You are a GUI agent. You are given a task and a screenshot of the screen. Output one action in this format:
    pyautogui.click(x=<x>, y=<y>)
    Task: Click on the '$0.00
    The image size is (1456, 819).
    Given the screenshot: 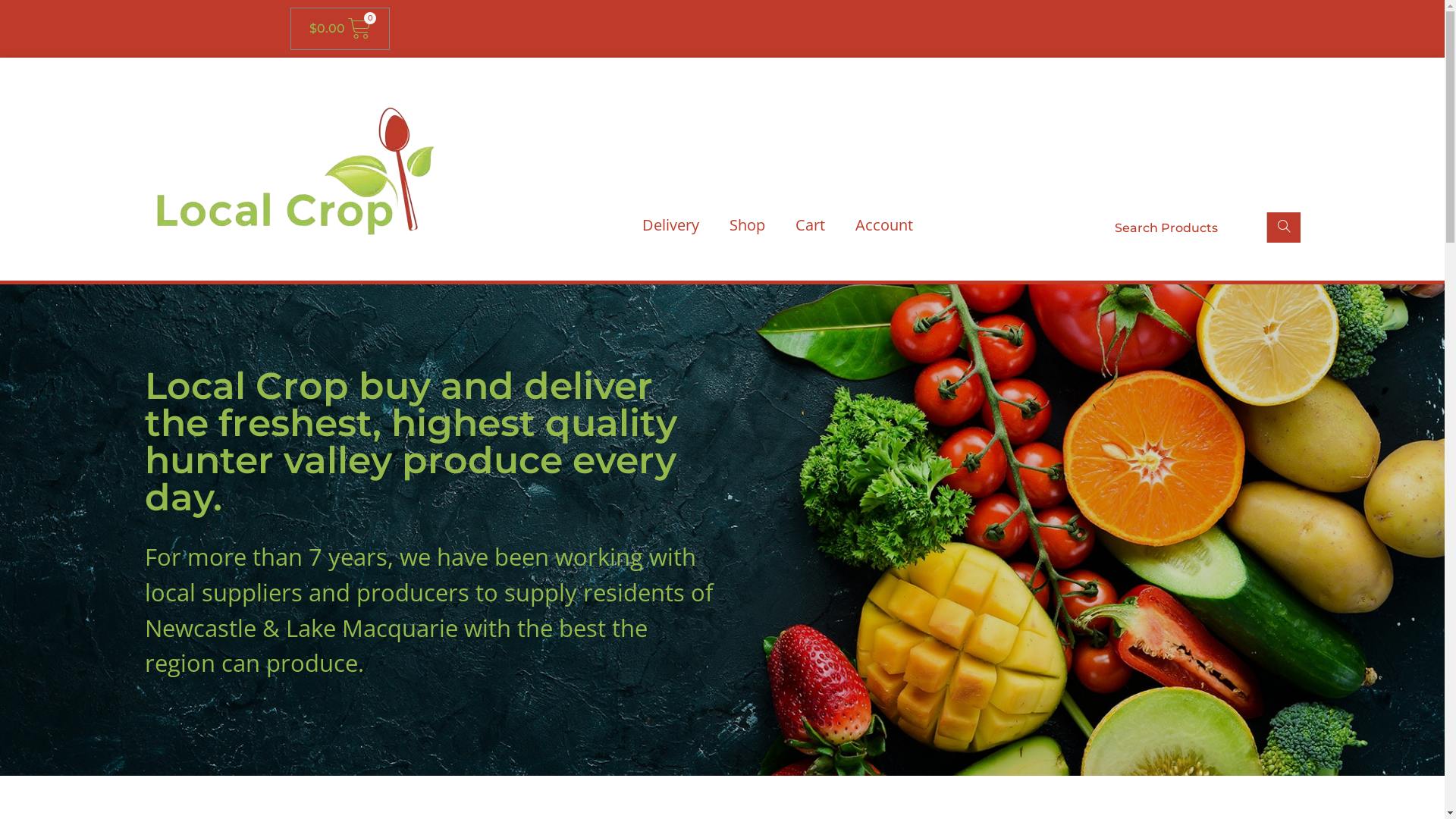 What is the action you would take?
    pyautogui.click(x=338, y=29)
    